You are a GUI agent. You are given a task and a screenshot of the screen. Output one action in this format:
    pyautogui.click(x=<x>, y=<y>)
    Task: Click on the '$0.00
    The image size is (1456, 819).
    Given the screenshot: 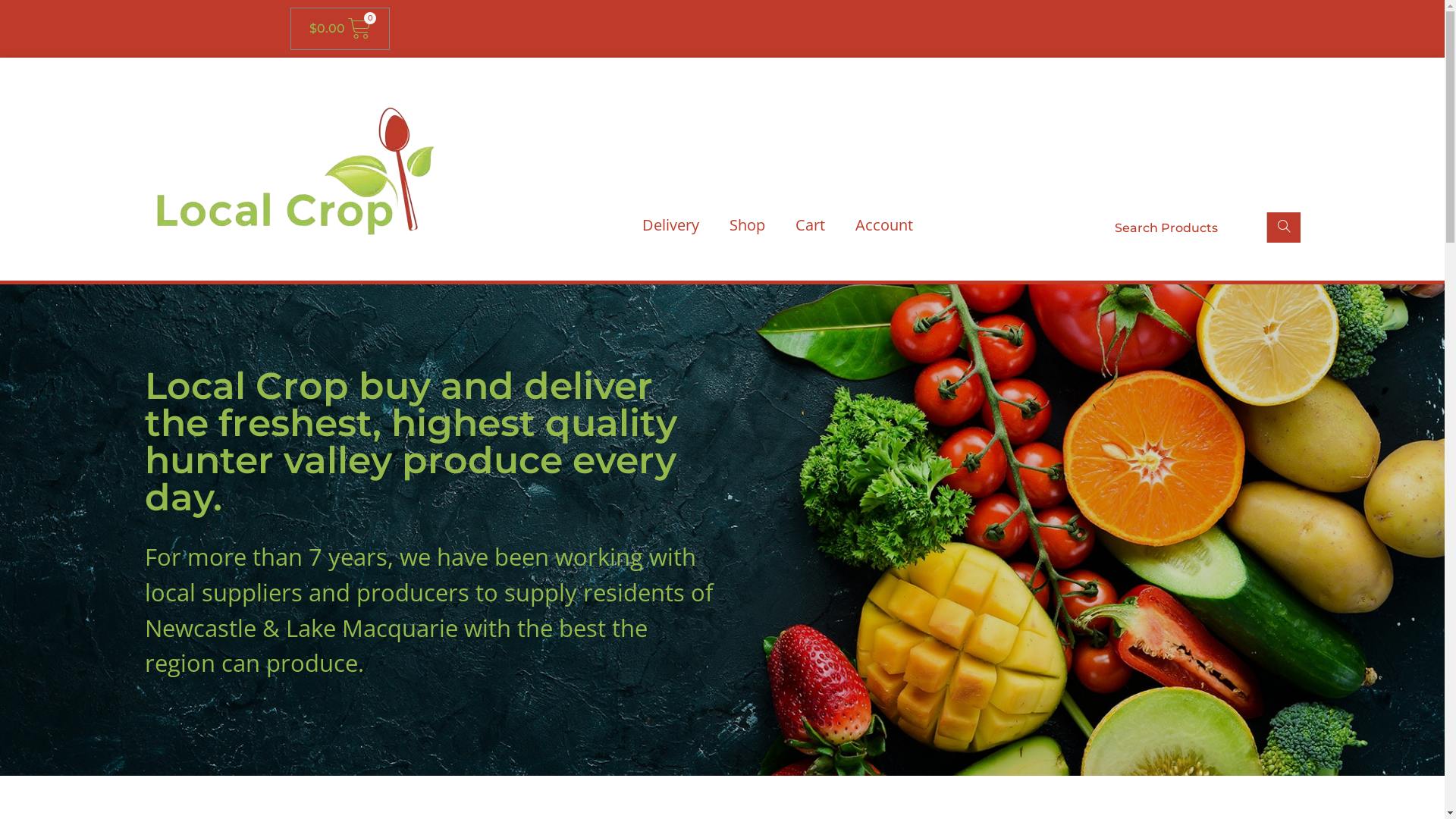 What is the action you would take?
    pyautogui.click(x=338, y=29)
    